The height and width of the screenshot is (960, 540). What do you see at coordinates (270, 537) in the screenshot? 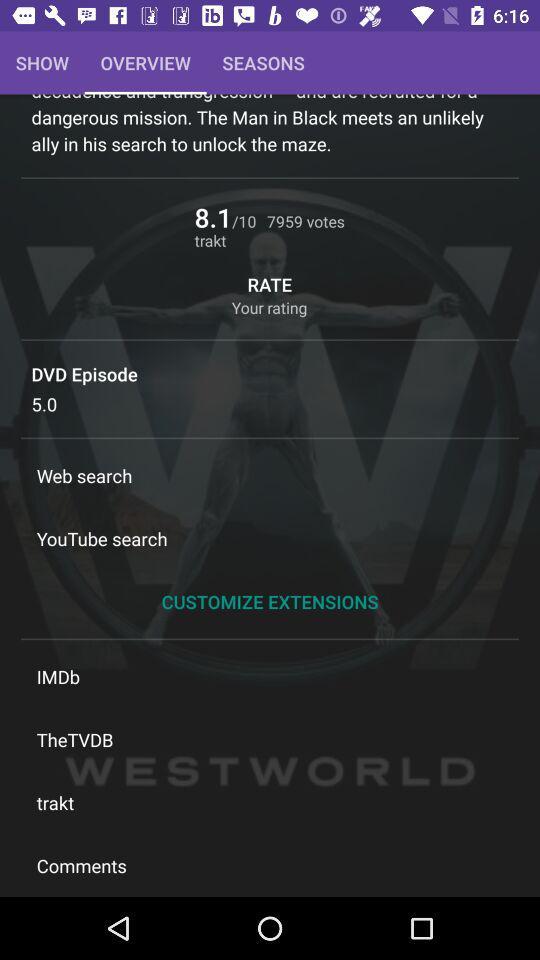
I see `the youtube search` at bounding box center [270, 537].